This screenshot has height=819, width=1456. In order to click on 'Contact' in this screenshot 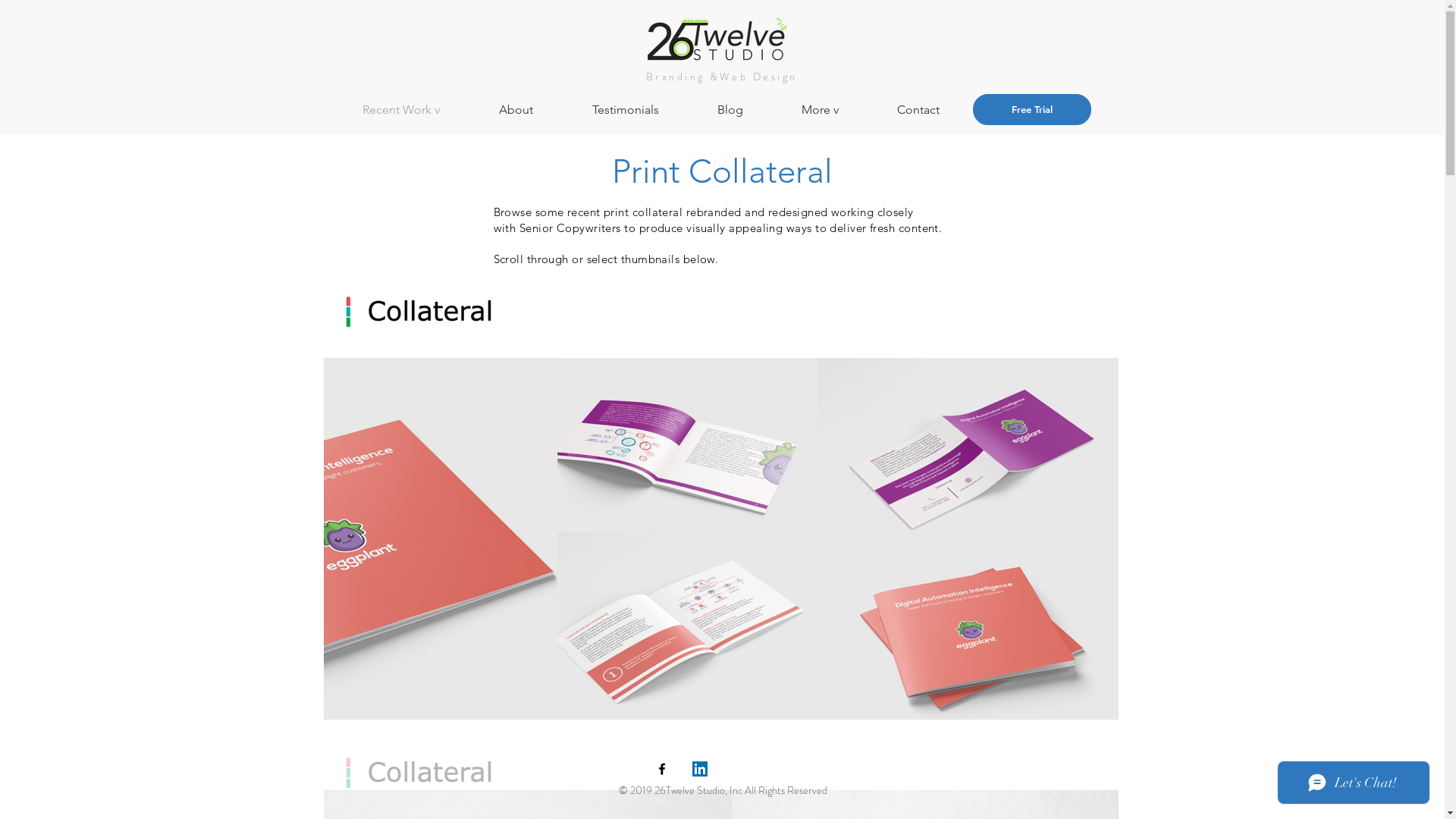, I will do `click(935, 108)`.